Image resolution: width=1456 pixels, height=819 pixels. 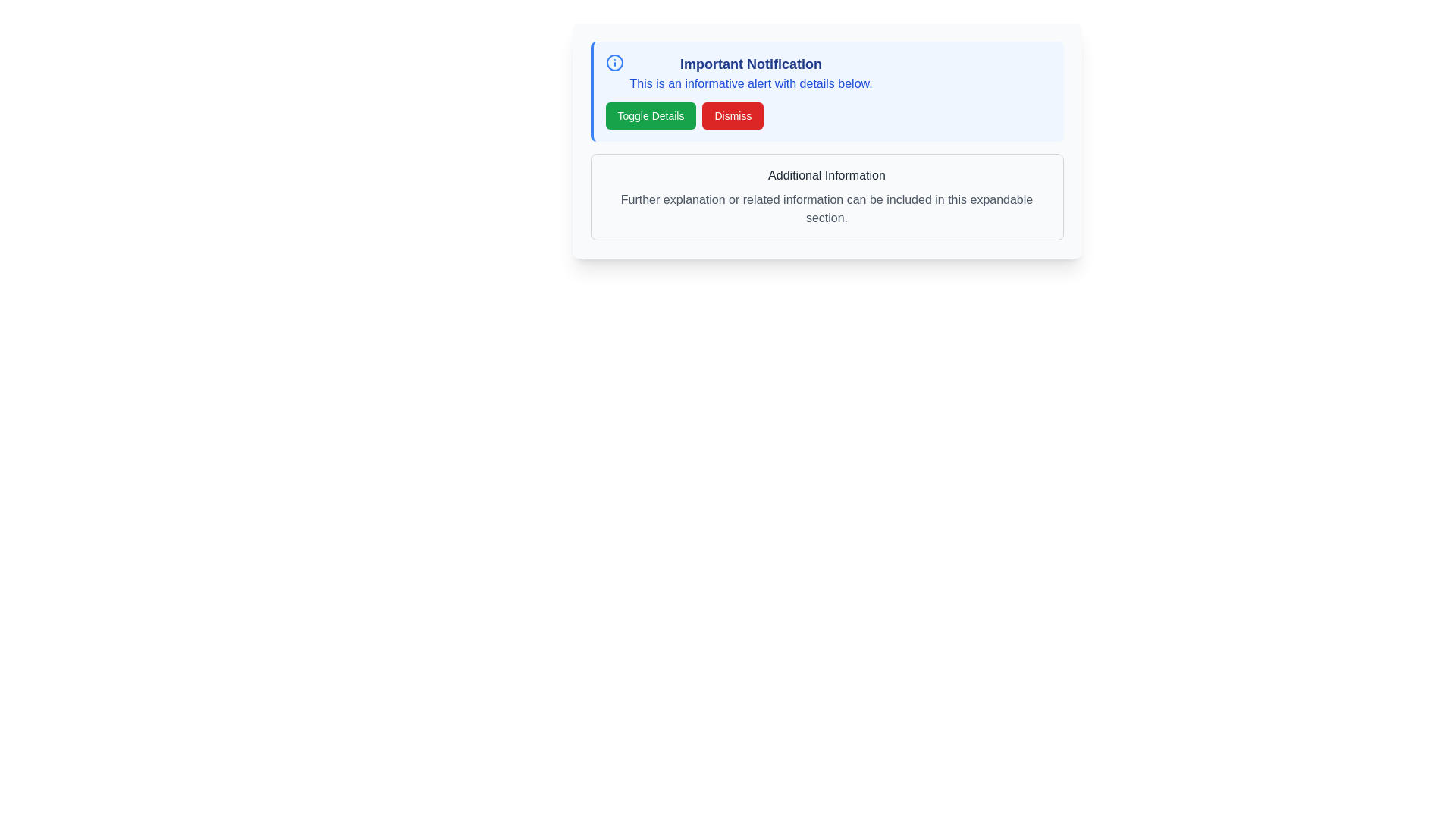 What do you see at coordinates (733, 115) in the screenshot?
I see `the 'Dismiss' button` at bounding box center [733, 115].